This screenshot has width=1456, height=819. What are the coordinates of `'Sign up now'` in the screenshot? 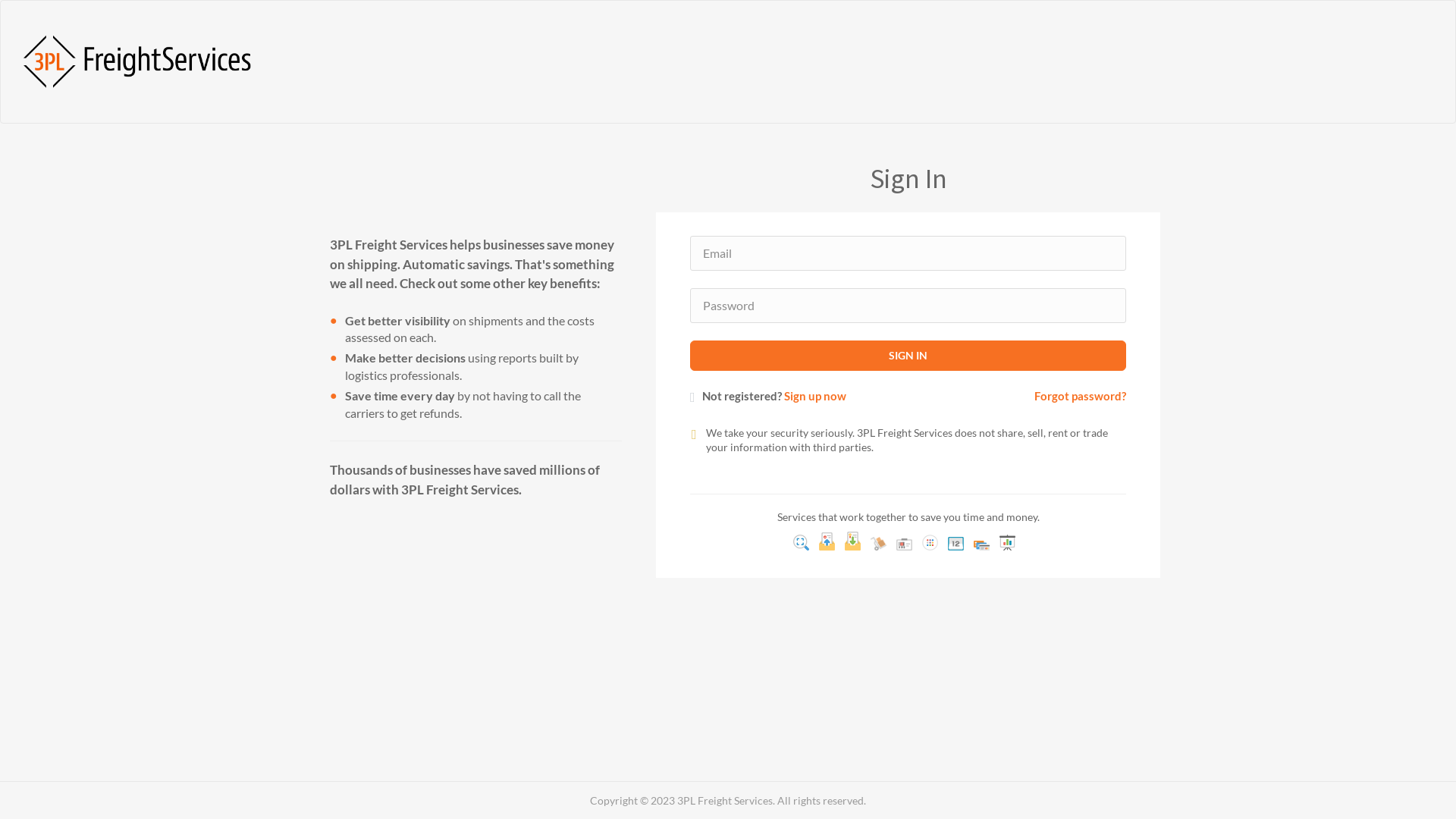 It's located at (814, 394).